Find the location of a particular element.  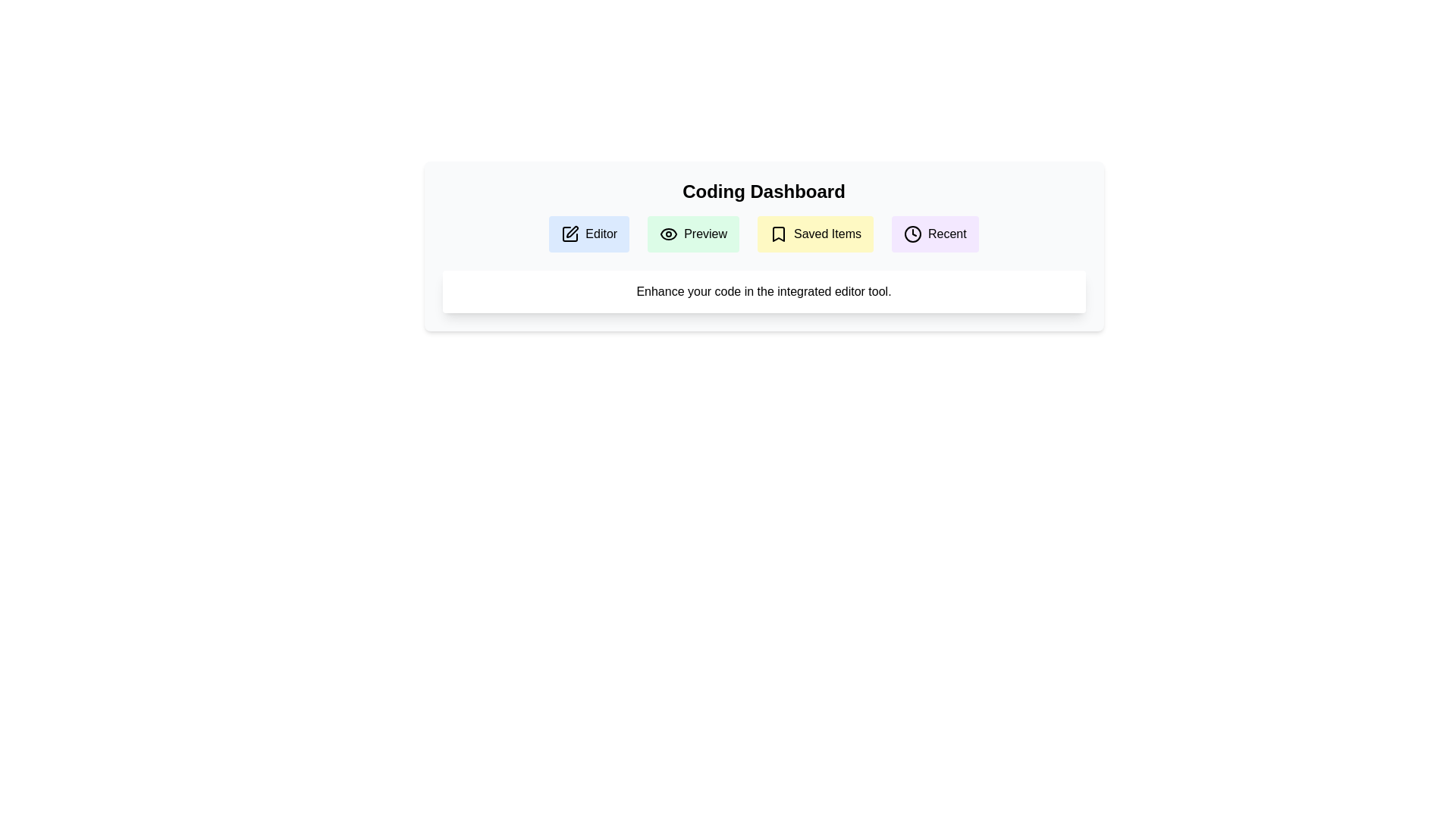

the 'Edit' icon in the 'Editor' button located in the top-left section of the button group in the 'Coding Dashboard' is located at coordinates (570, 234).